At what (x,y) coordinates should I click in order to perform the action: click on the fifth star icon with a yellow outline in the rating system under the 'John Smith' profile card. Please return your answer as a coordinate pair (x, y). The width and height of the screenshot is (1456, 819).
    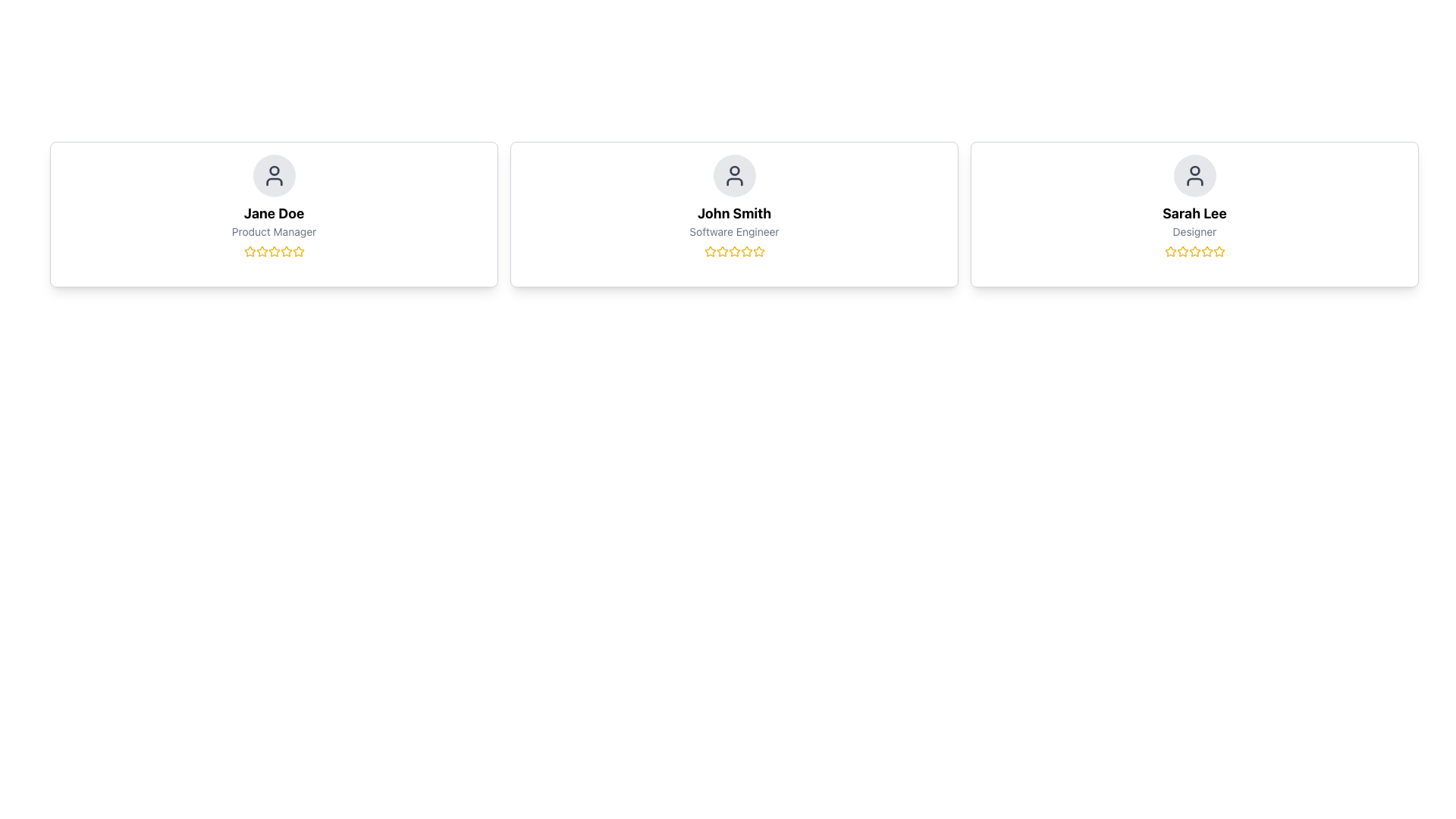
    Looking at the image, I should click on (746, 250).